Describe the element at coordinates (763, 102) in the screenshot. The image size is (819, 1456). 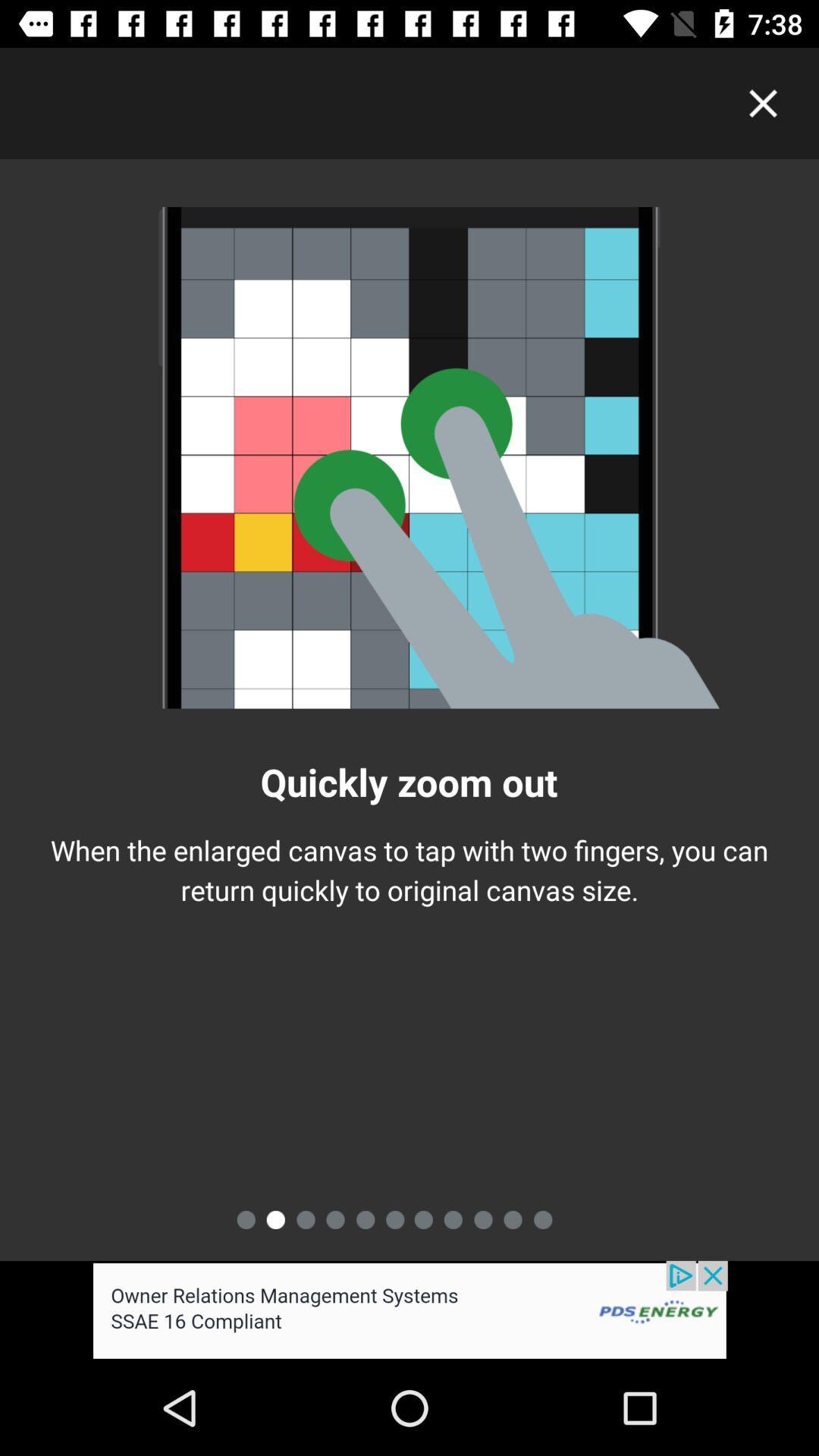
I see `cancel` at that location.